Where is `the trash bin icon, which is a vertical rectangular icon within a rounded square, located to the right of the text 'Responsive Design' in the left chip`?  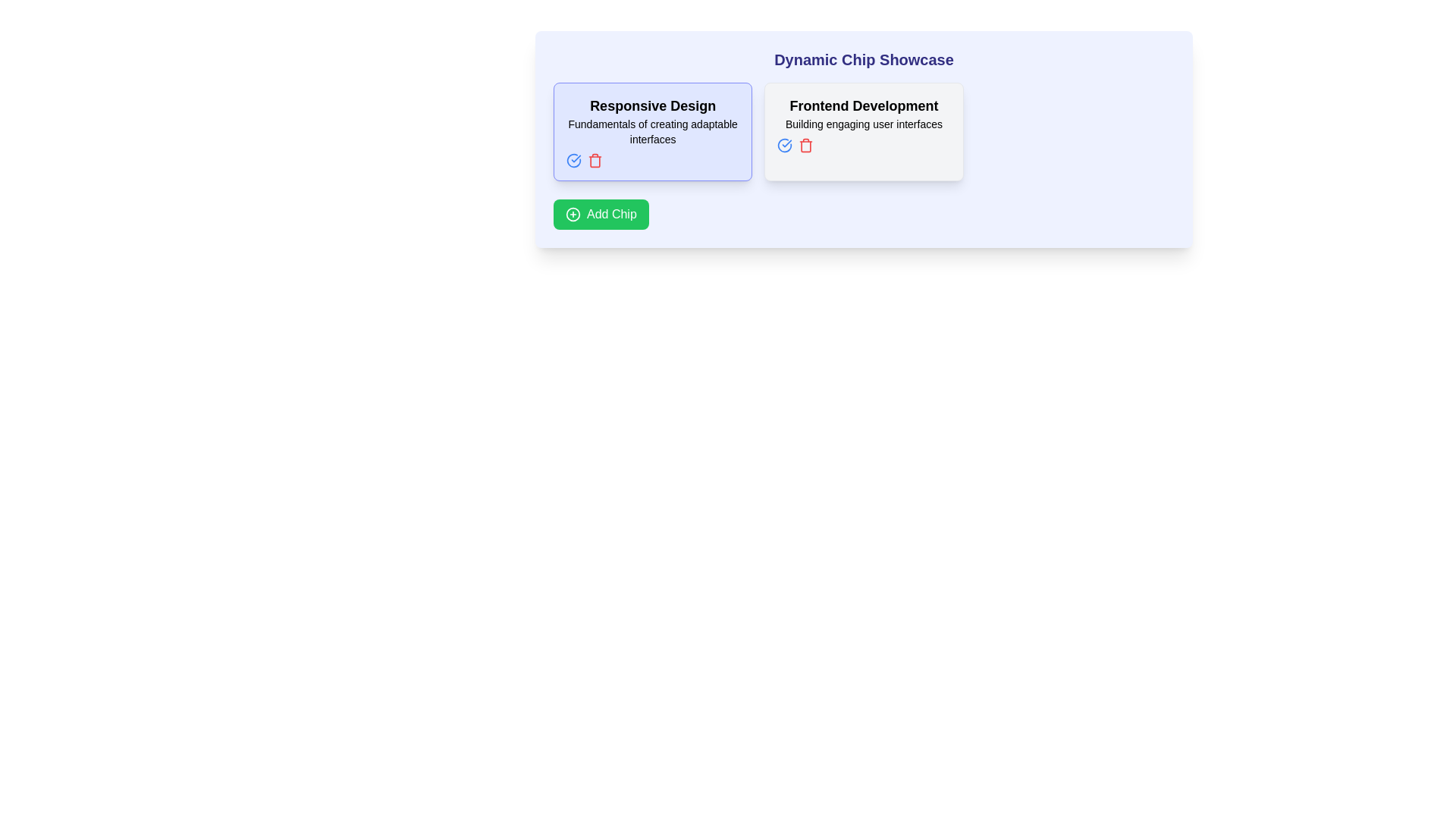
the trash bin icon, which is a vertical rectangular icon within a rounded square, located to the right of the text 'Responsive Design' in the left chip is located at coordinates (595, 161).